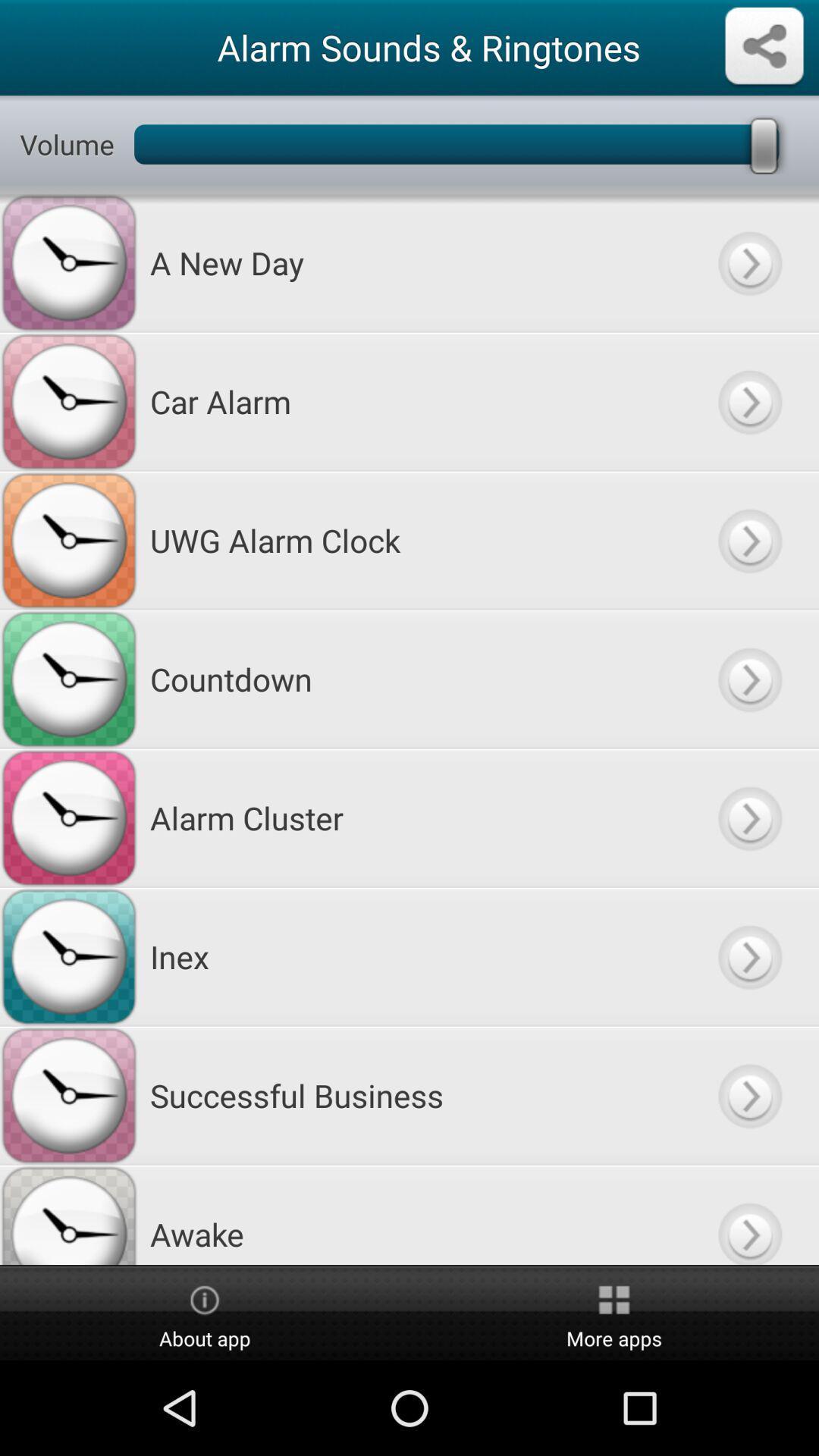 This screenshot has height=1456, width=819. I want to click on back, so click(748, 1095).